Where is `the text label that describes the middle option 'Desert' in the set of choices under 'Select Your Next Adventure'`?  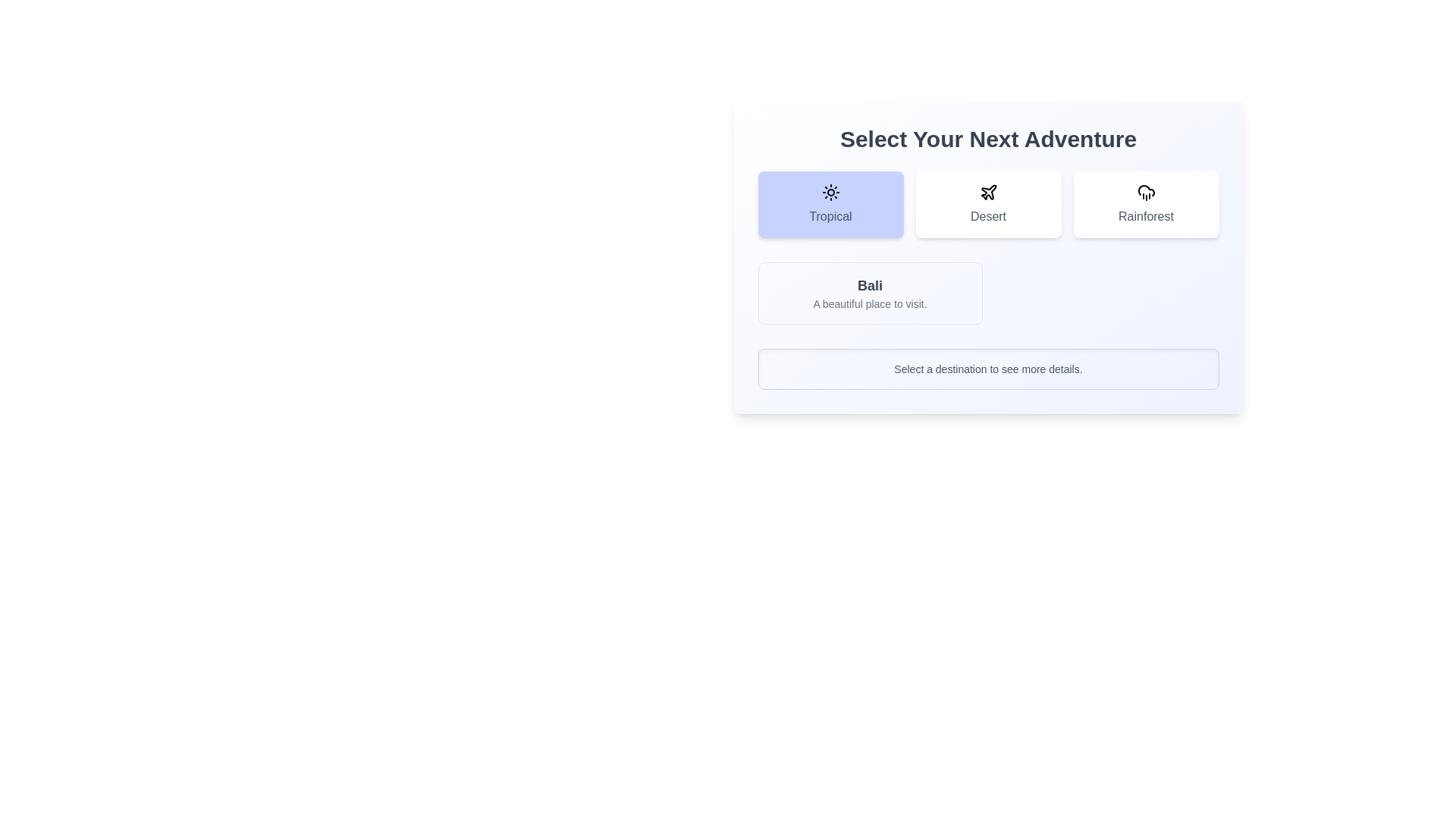 the text label that describes the middle option 'Desert' in the set of choices under 'Select Your Next Adventure' is located at coordinates (988, 216).